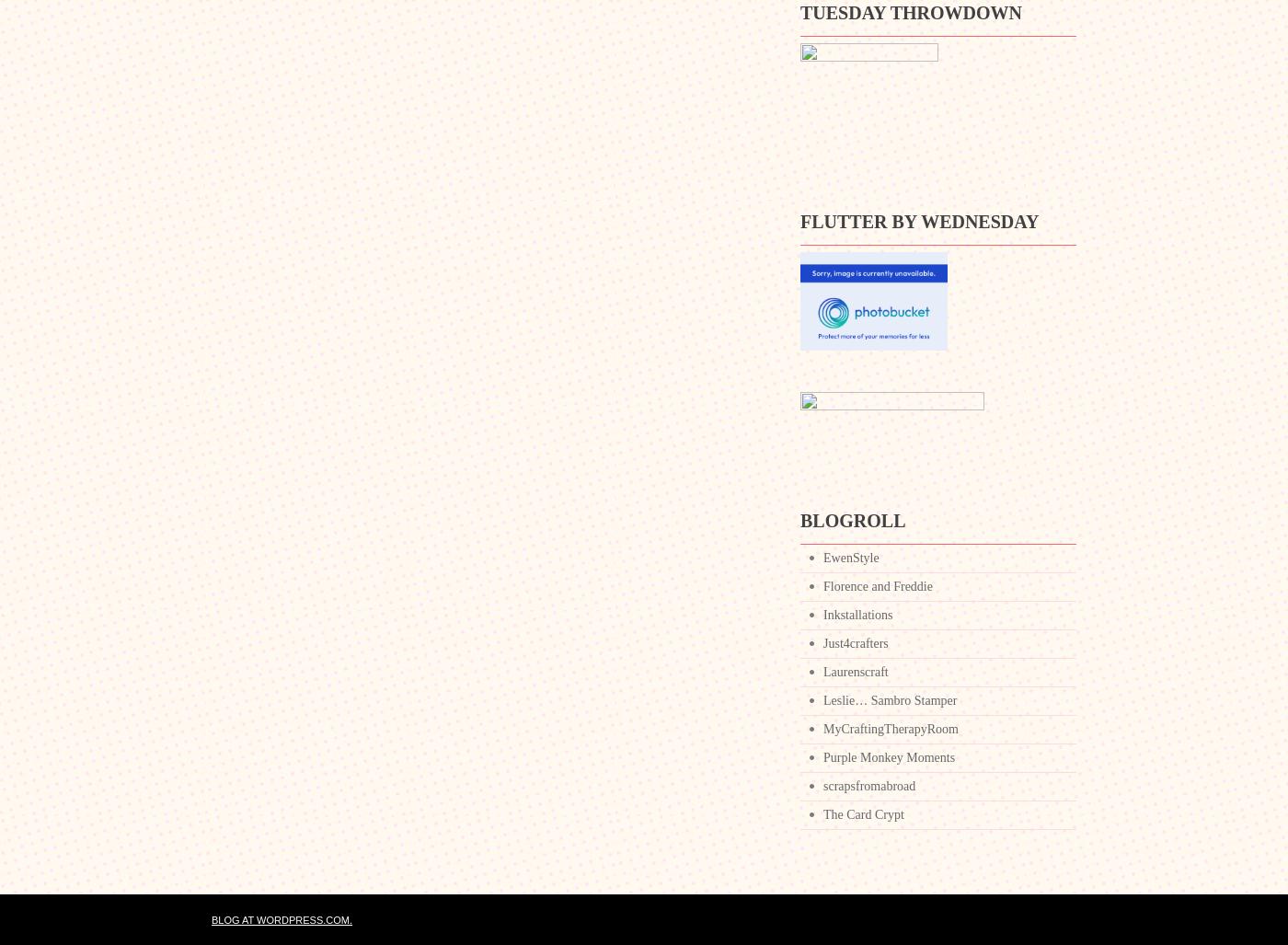 This screenshot has height=945, width=1288. Describe the element at coordinates (877, 584) in the screenshot. I see `'Florence and Freddie'` at that location.